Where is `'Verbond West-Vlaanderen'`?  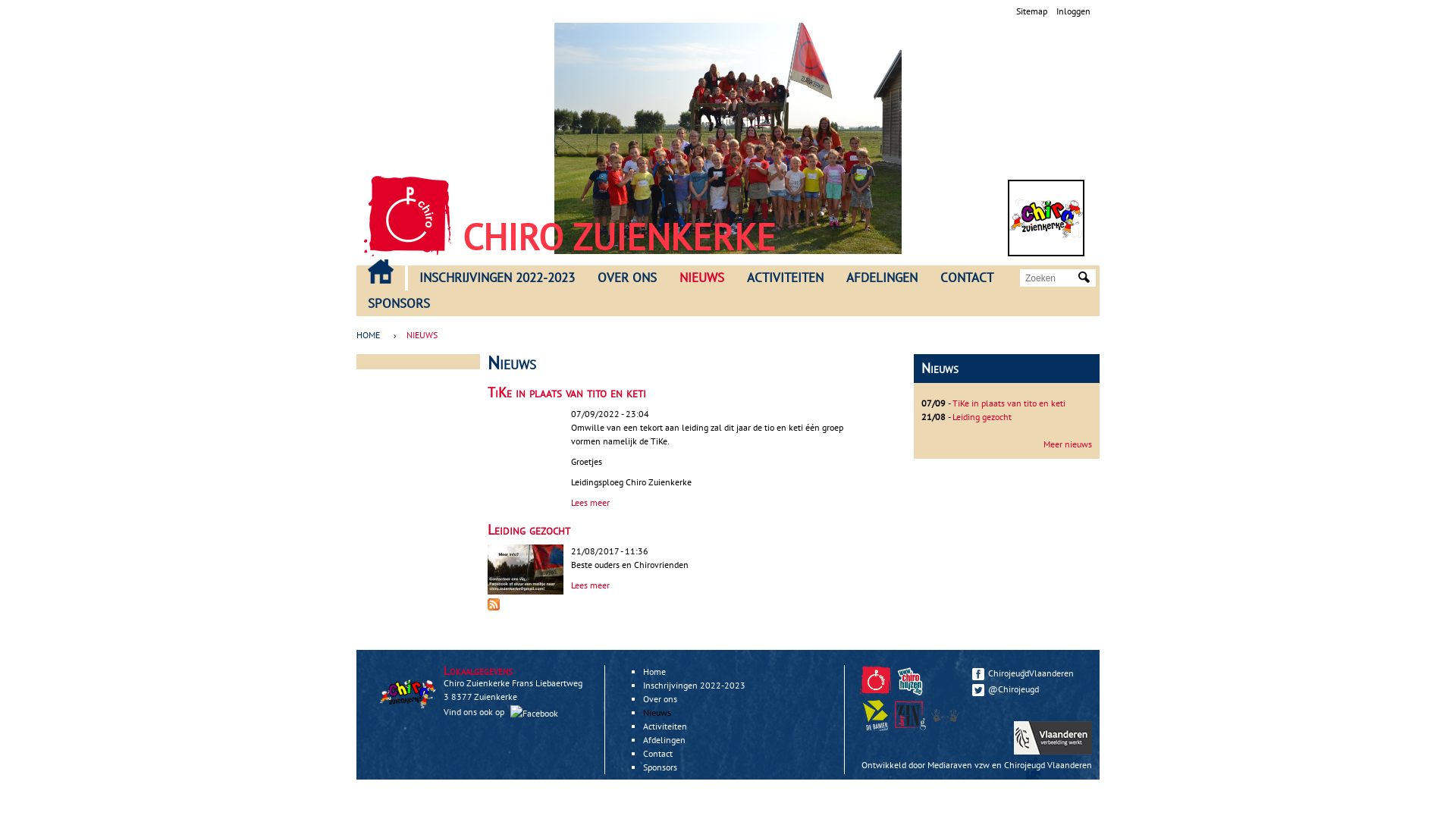 'Verbond West-Vlaanderen' is located at coordinates (944, 715).